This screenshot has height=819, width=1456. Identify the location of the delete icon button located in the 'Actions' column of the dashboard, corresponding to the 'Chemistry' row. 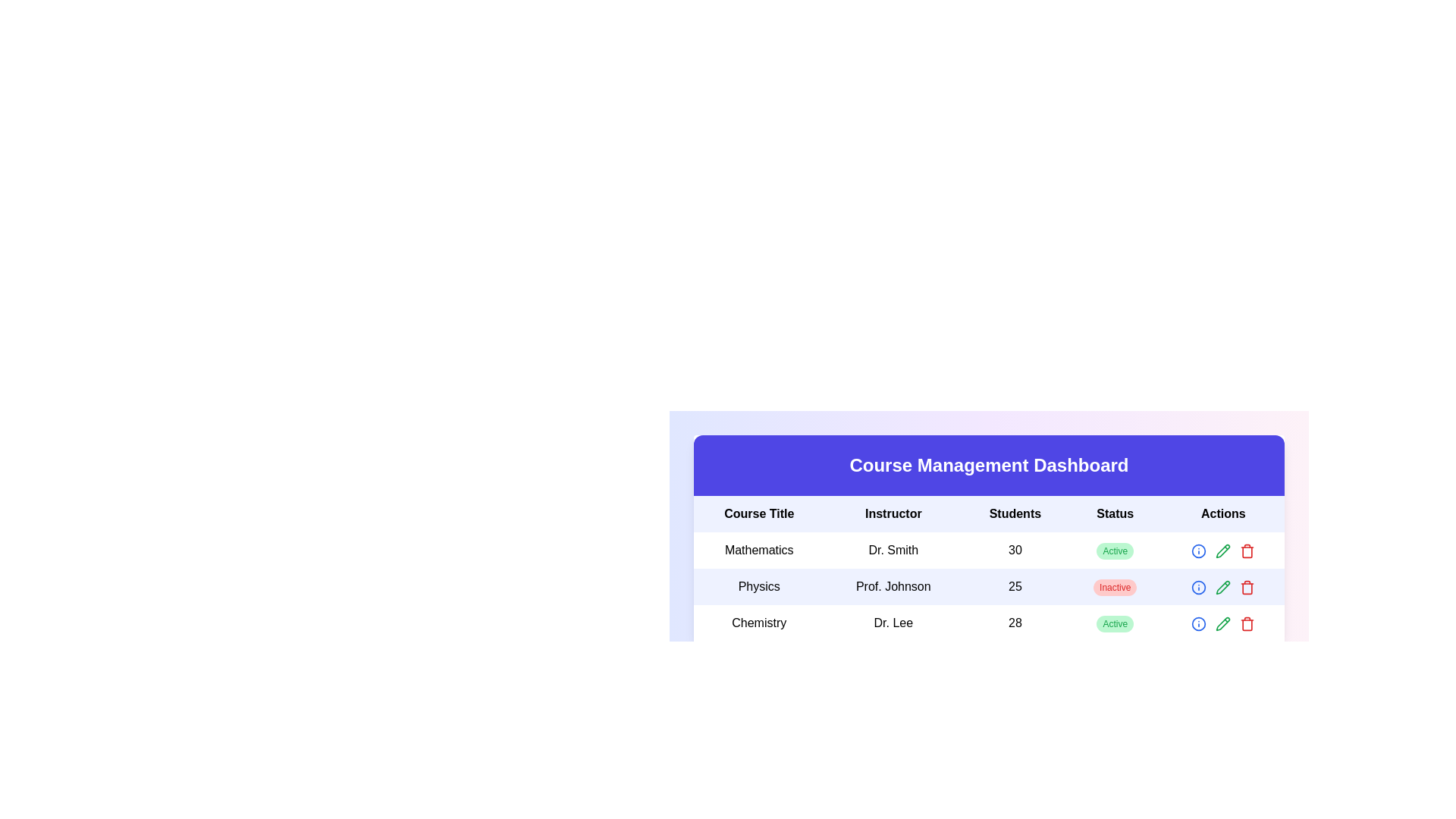
(1247, 623).